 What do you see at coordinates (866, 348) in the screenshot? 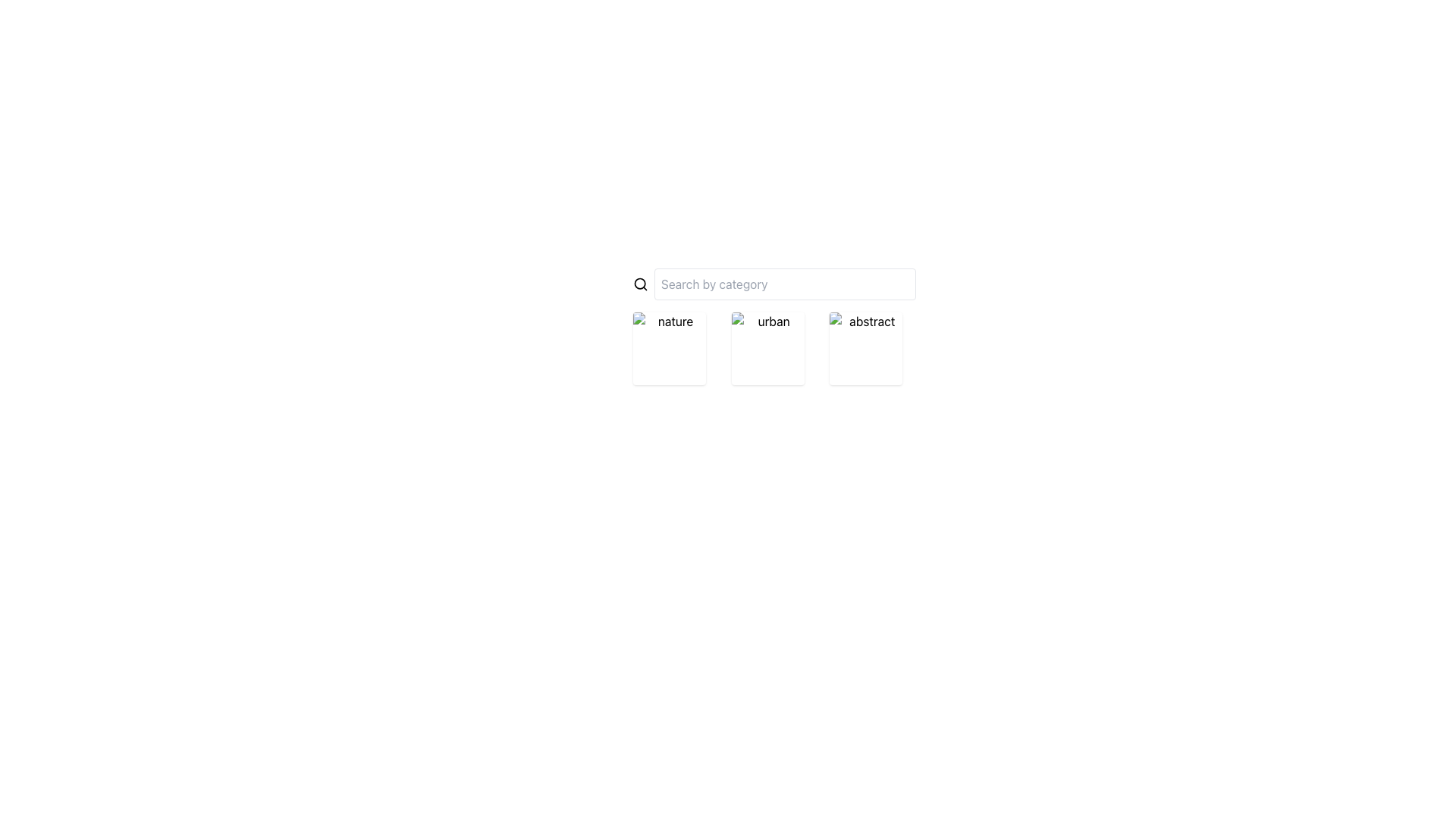
I see `the 'abstract' selectable tile, which is the last tile in a row of three tiles labeled 'nature', 'urban', and 'abstract'` at bounding box center [866, 348].